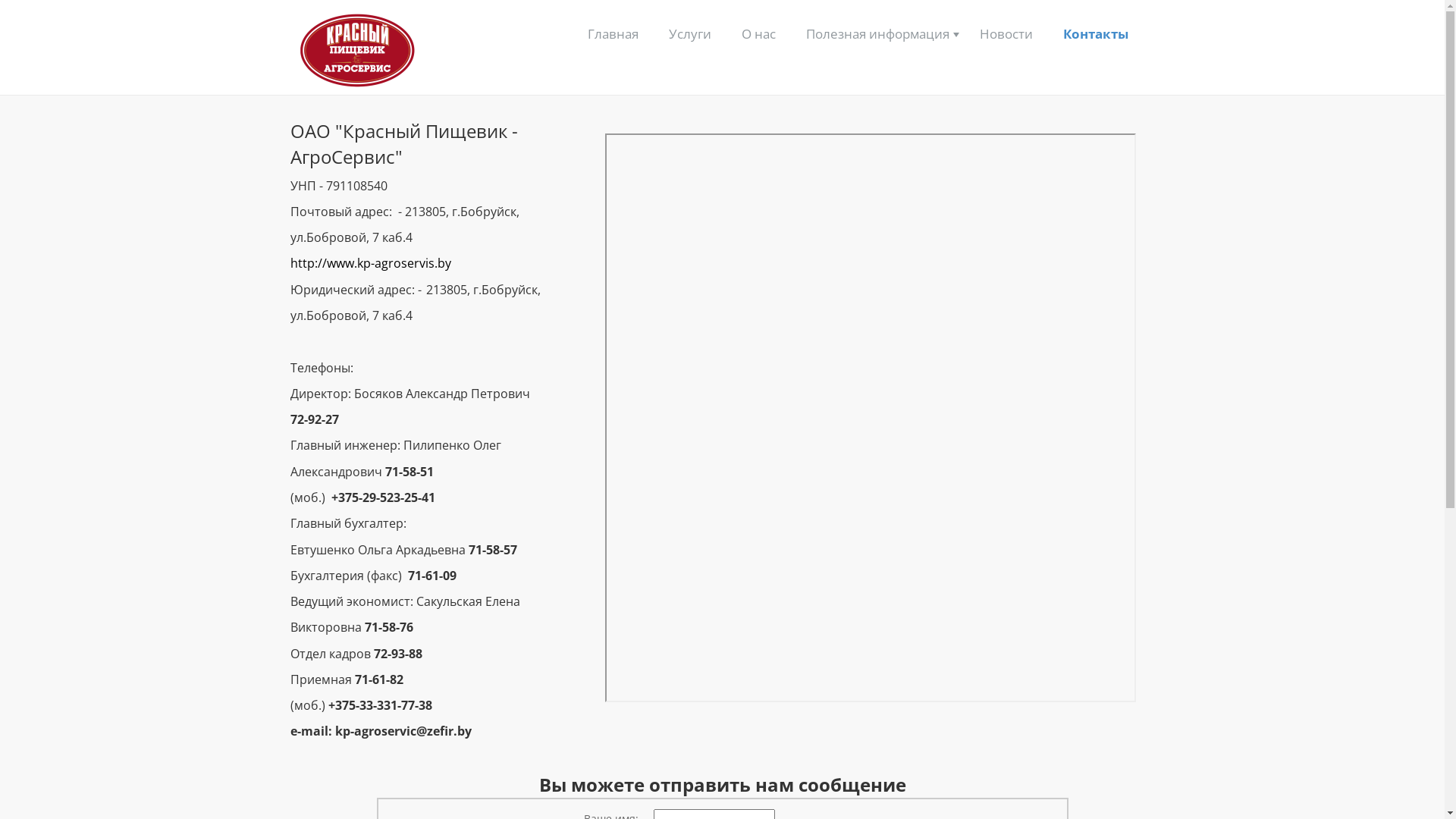  What do you see at coordinates (370, 262) in the screenshot?
I see `'http://www.kp-agroservis.by'` at bounding box center [370, 262].